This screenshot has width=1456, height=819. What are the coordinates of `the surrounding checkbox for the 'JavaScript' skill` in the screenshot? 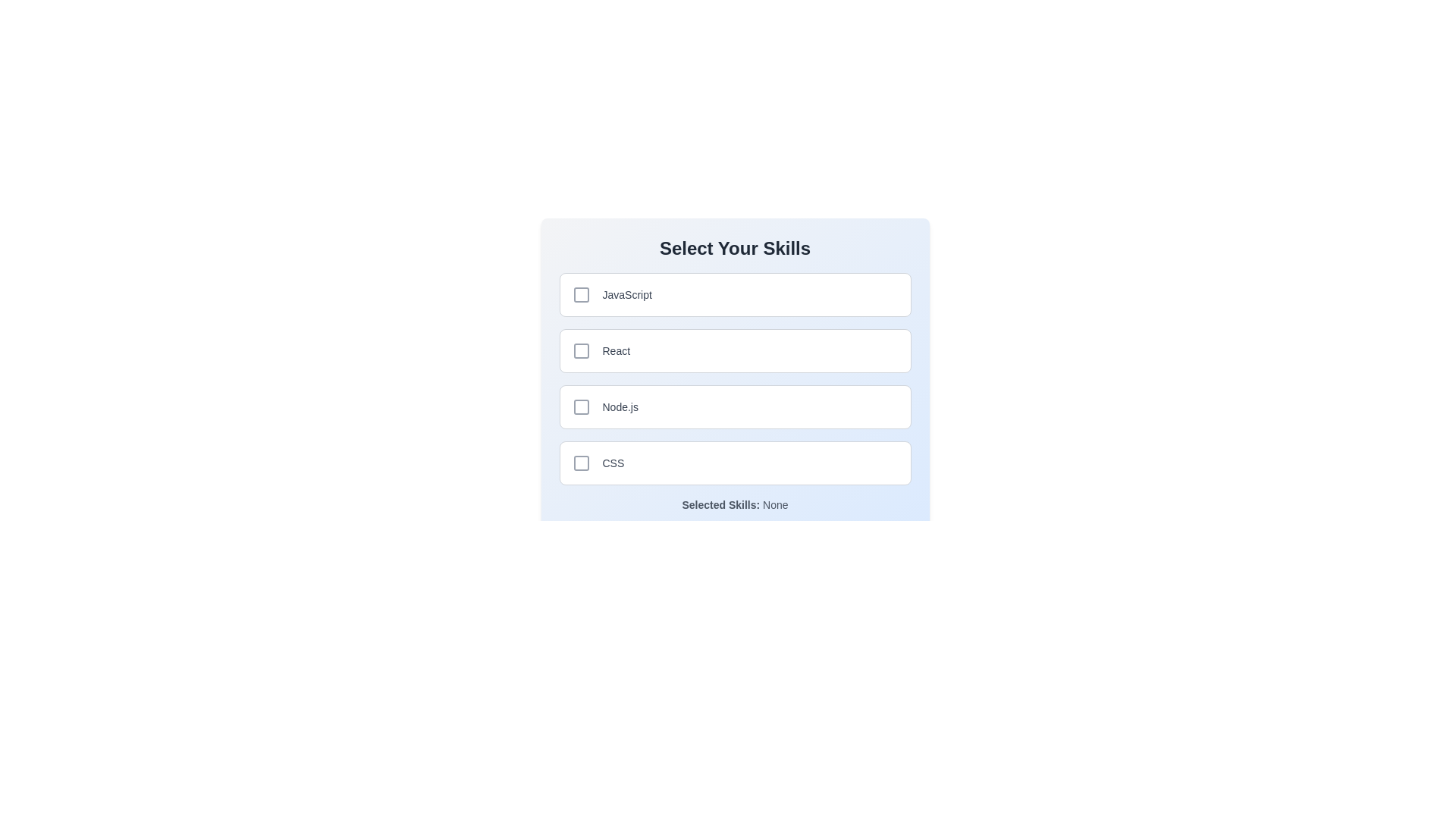 It's located at (580, 295).